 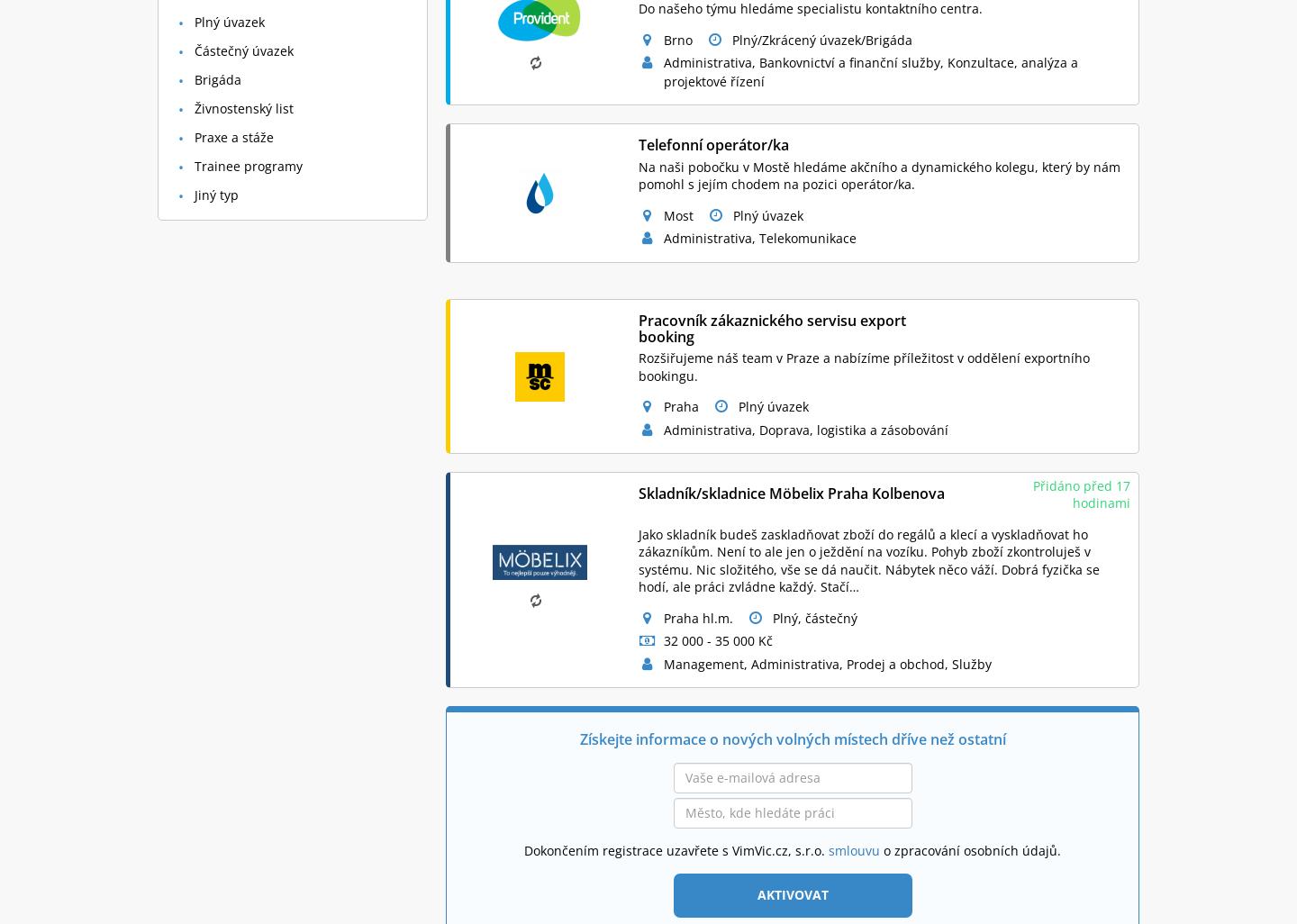 I want to click on 'Rozšiřujeme náš team v Praze a nabízíme příležitost v oddělení exportního bookingu.', so click(x=863, y=366).